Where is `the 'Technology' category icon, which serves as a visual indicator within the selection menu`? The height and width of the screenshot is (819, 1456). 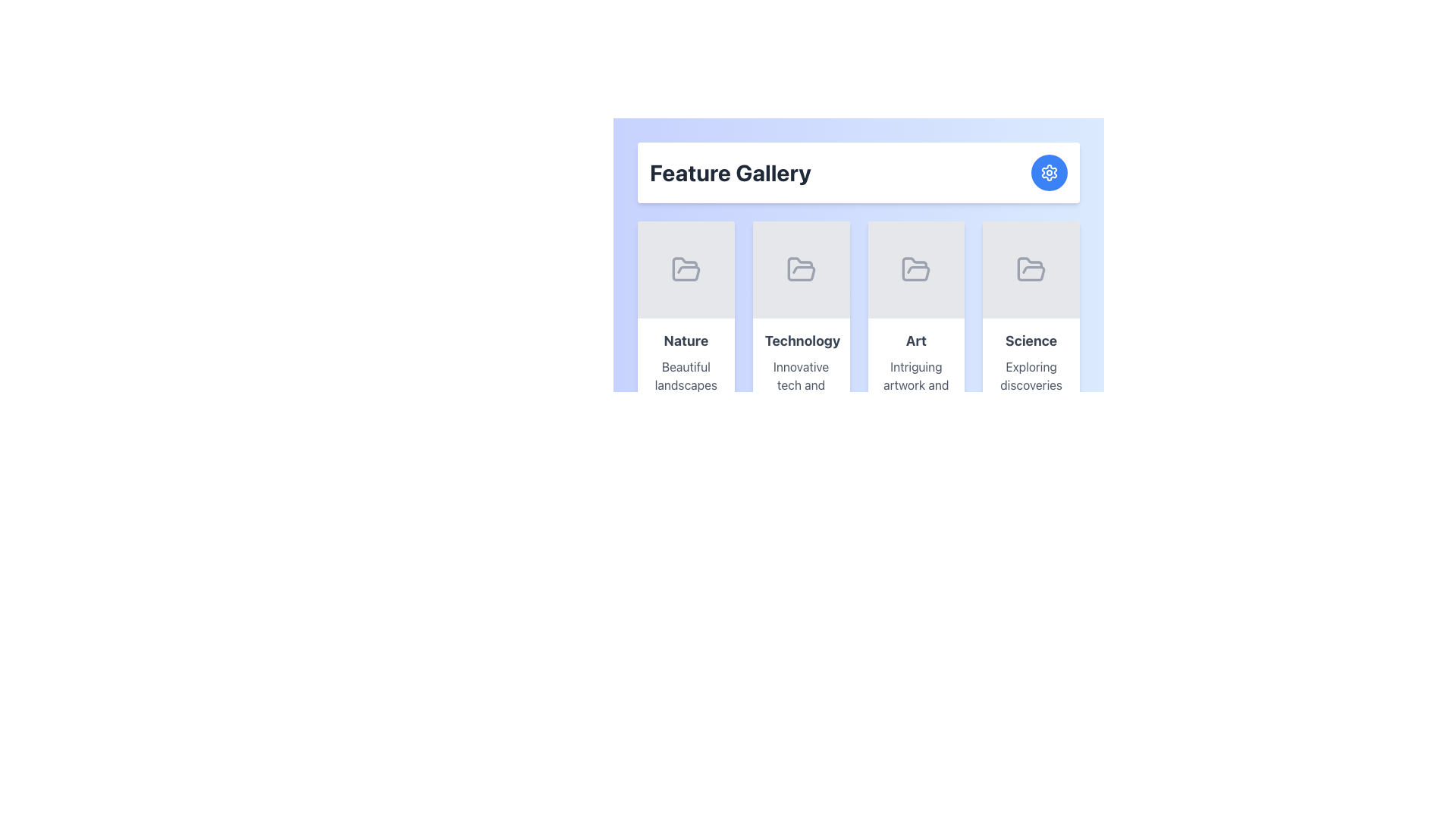 the 'Technology' category icon, which serves as a visual indicator within the selection menu is located at coordinates (800, 268).